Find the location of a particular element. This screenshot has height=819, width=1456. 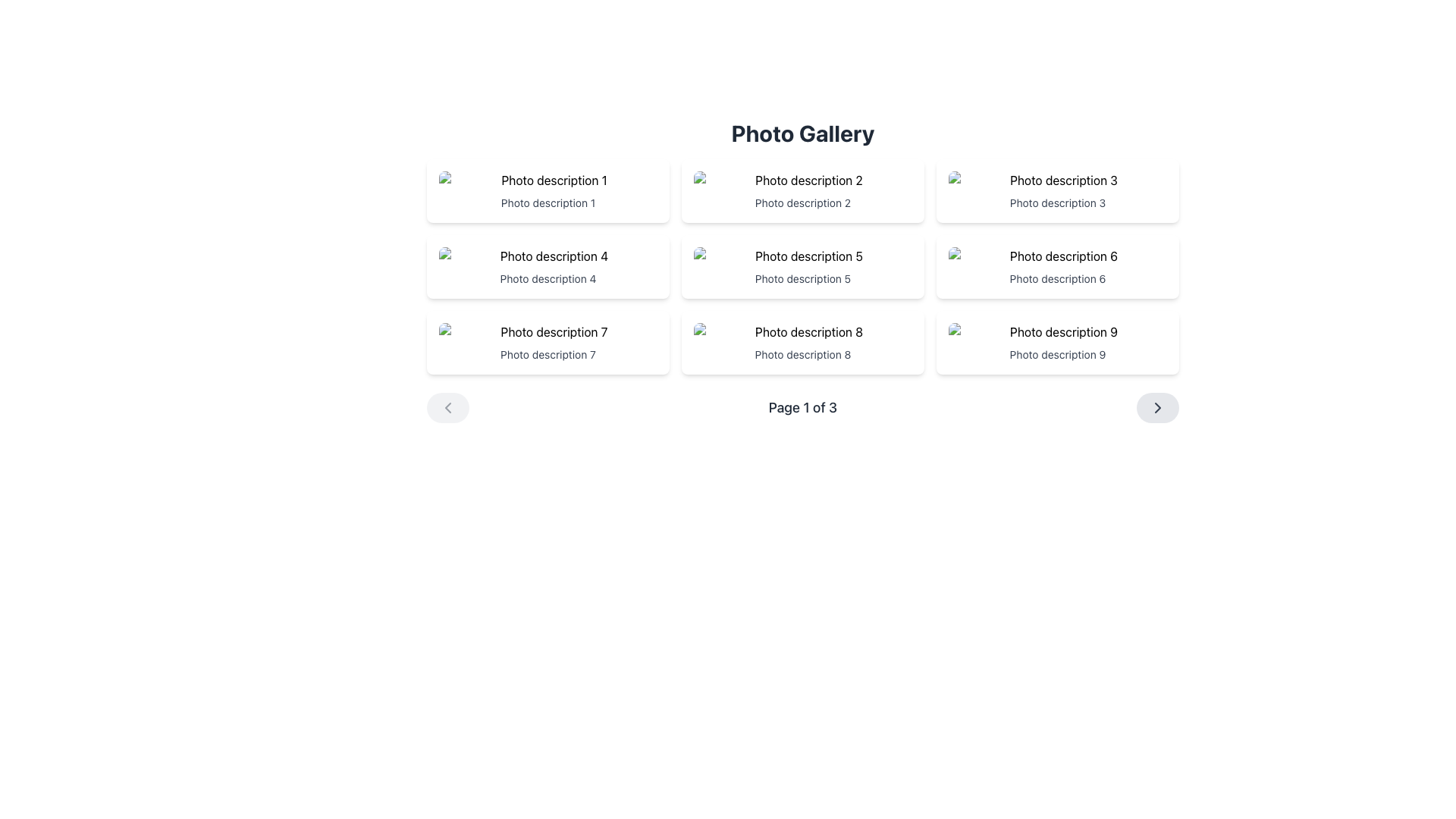

the text label displaying 'Photo description 8' located at the bottom-center of the card in the third row and second column of the grid layout is located at coordinates (802, 354).